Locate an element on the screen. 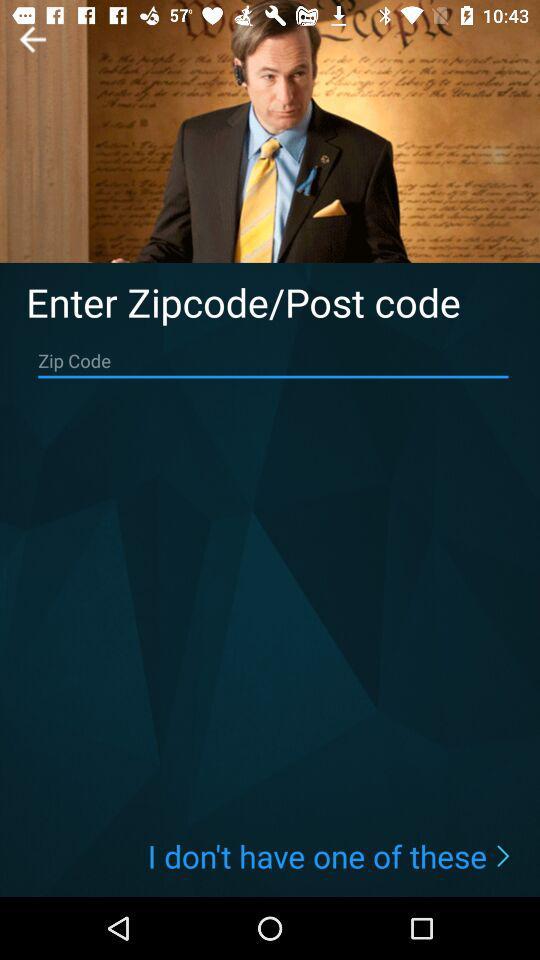 This screenshot has height=960, width=540. fill in with zip code is located at coordinates (272, 360).